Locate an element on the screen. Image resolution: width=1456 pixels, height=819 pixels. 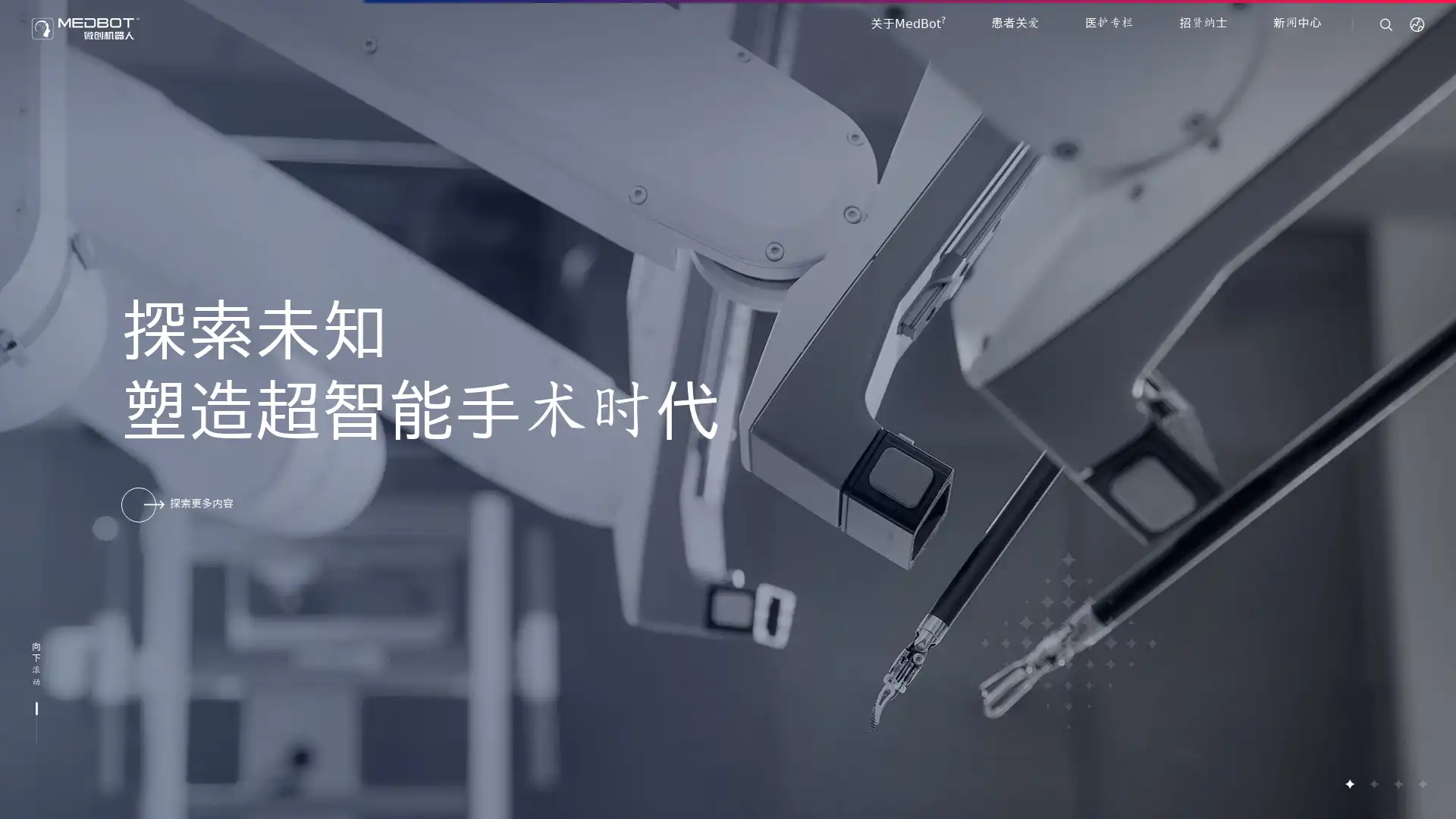
Go to slide 3 is located at coordinates (1397, 783).